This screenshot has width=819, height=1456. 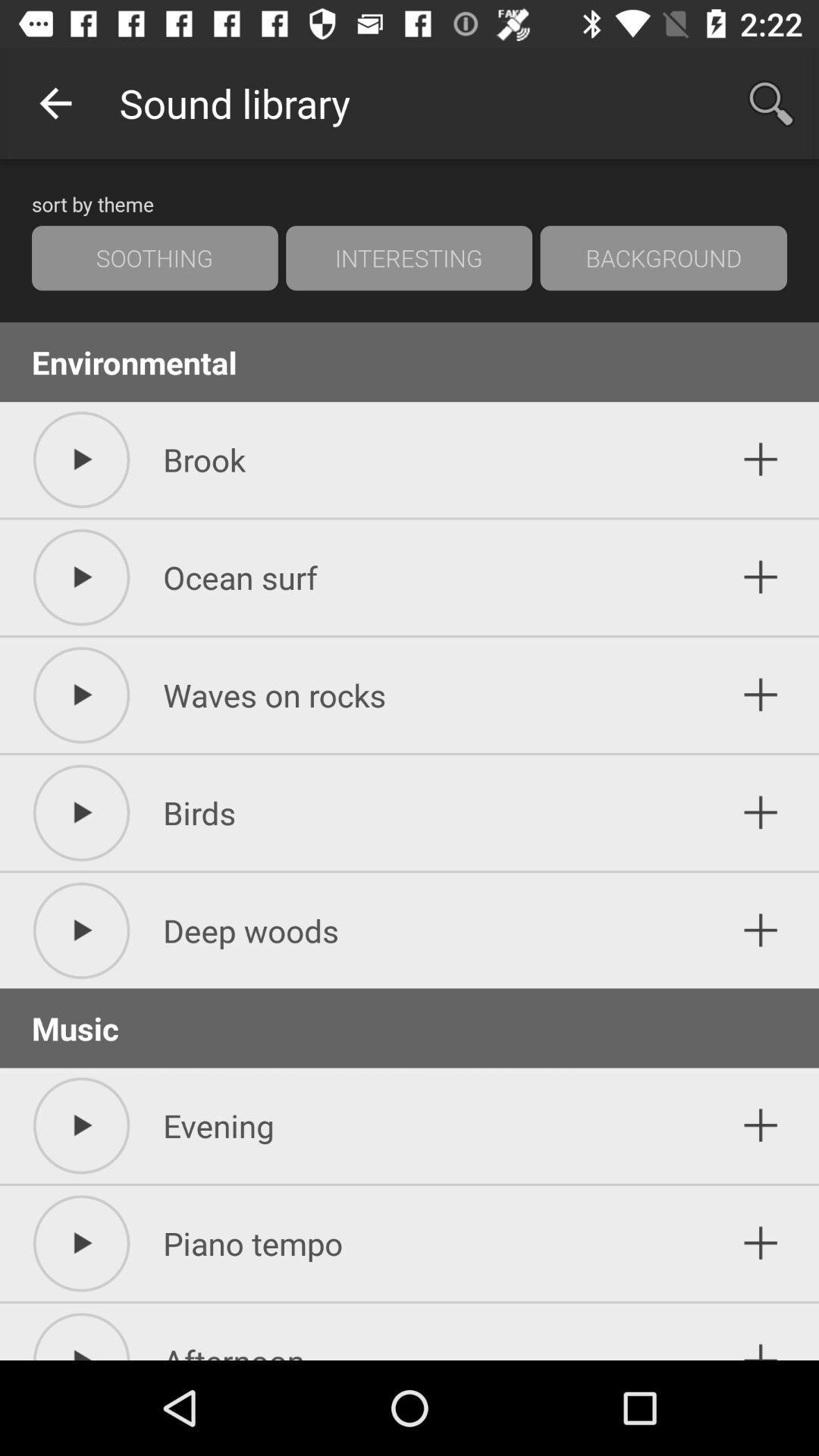 I want to click on to playlist, so click(x=761, y=1335).